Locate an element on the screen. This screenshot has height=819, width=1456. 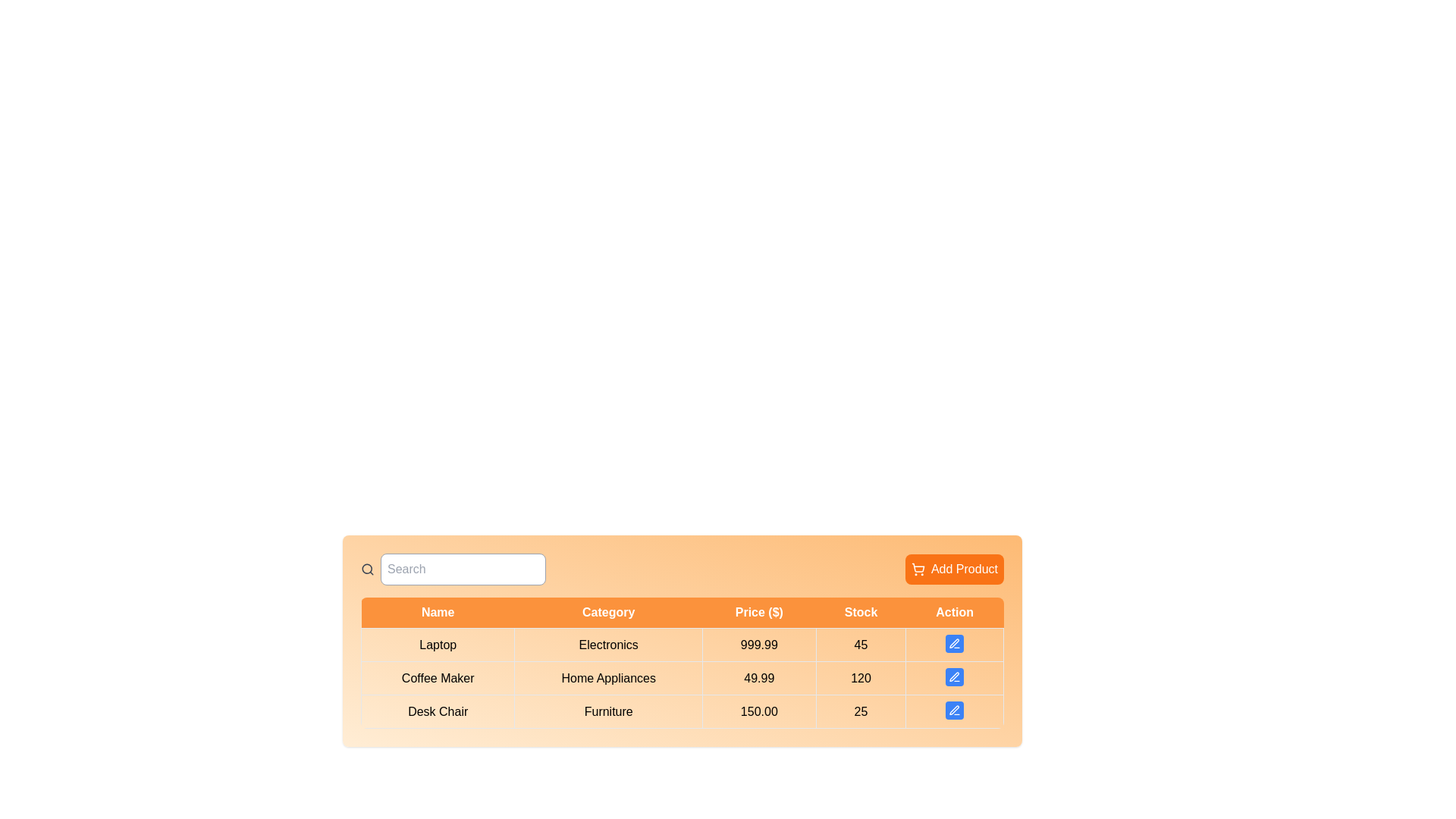
the static text field that labels or describes the name of the product, located in the first cell of the last row of a table-like grid structure is located at coordinates (437, 711).